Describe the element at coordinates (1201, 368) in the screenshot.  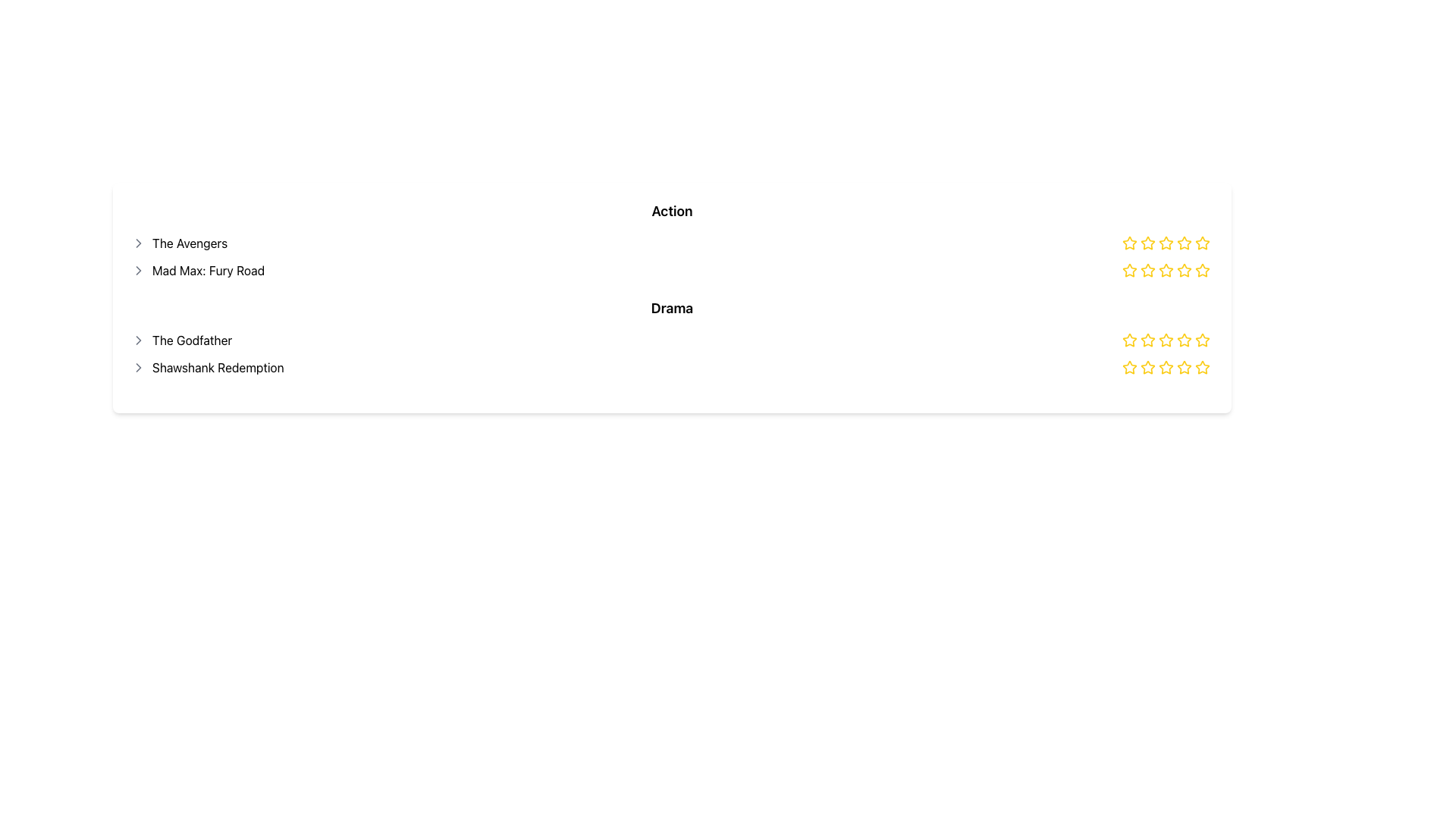
I see `the fifth star icon in the rating scale for the movie 'Shawshank Redemption' under the 'Drama' category` at that location.